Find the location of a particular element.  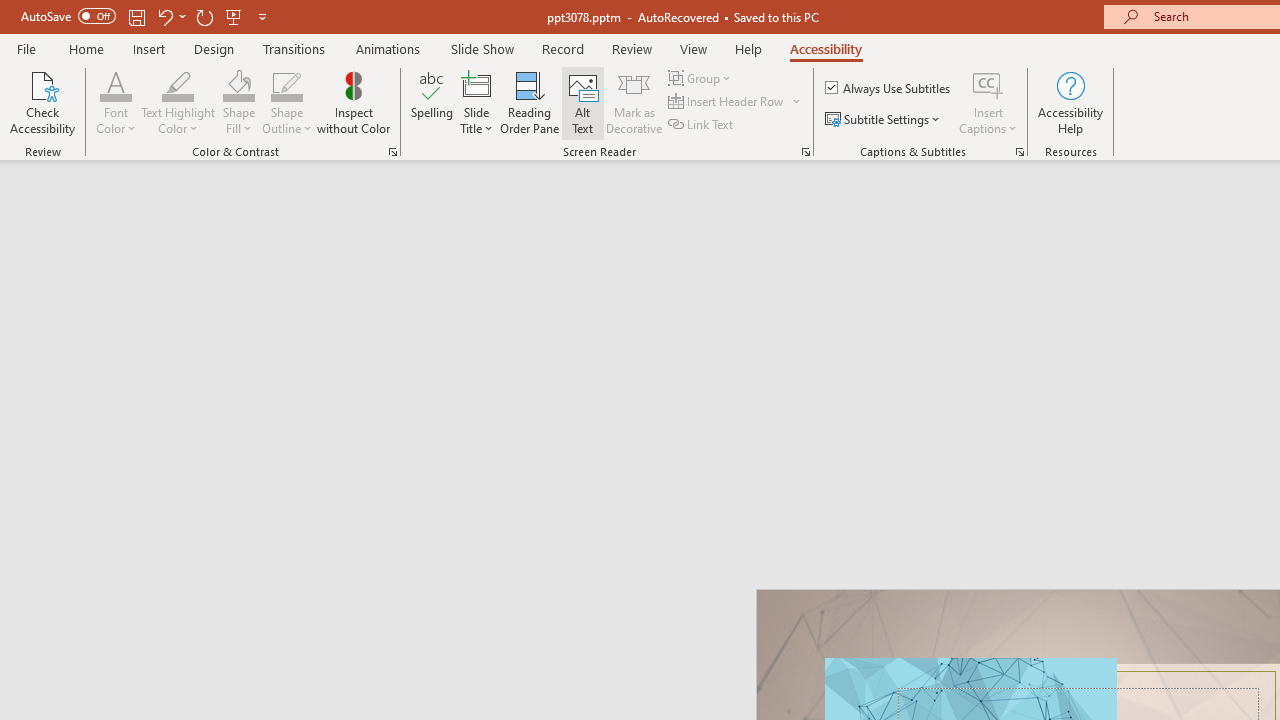

'Captions & Subtitles' is located at coordinates (1020, 150).